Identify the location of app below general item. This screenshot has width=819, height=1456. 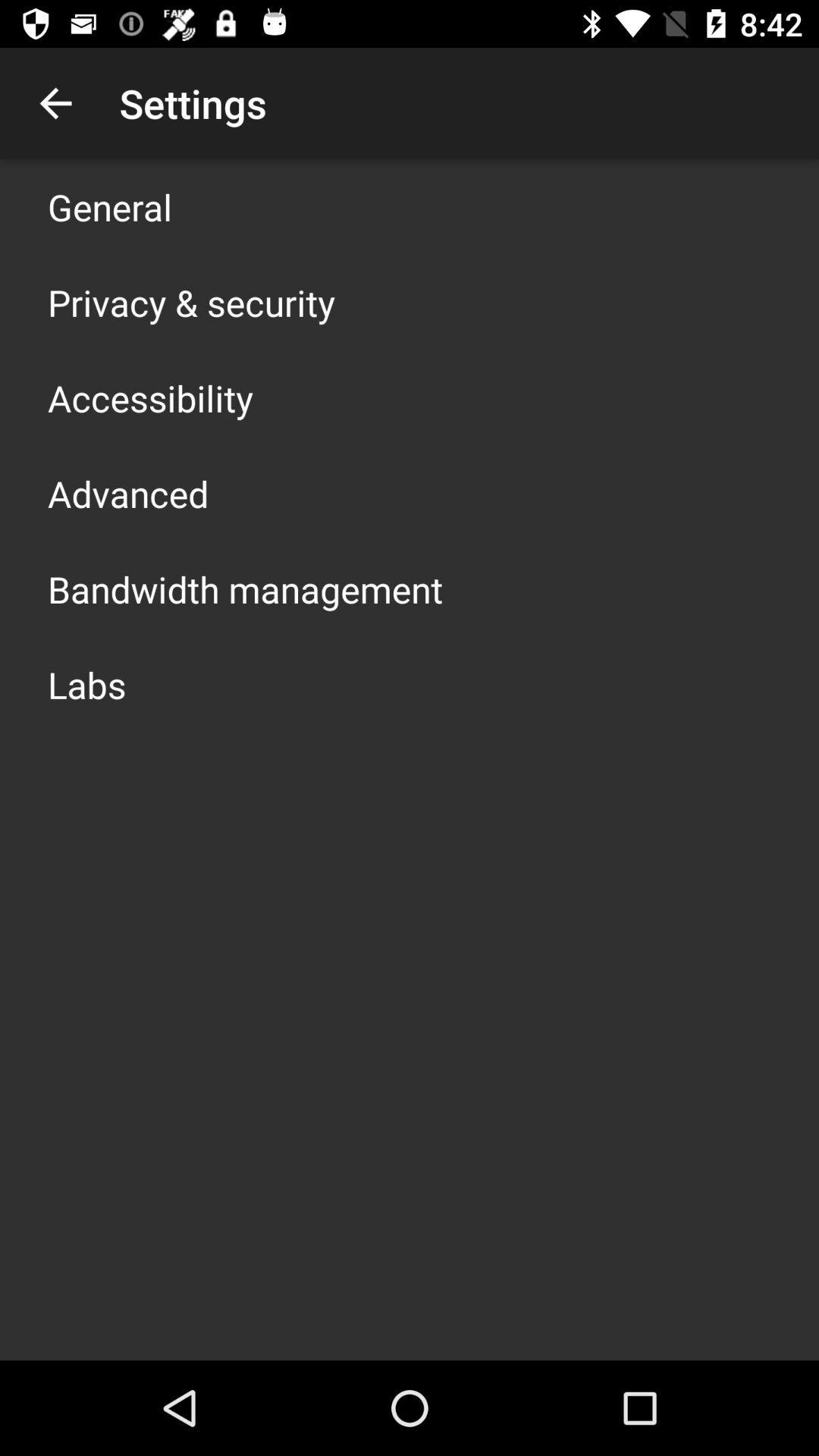
(190, 302).